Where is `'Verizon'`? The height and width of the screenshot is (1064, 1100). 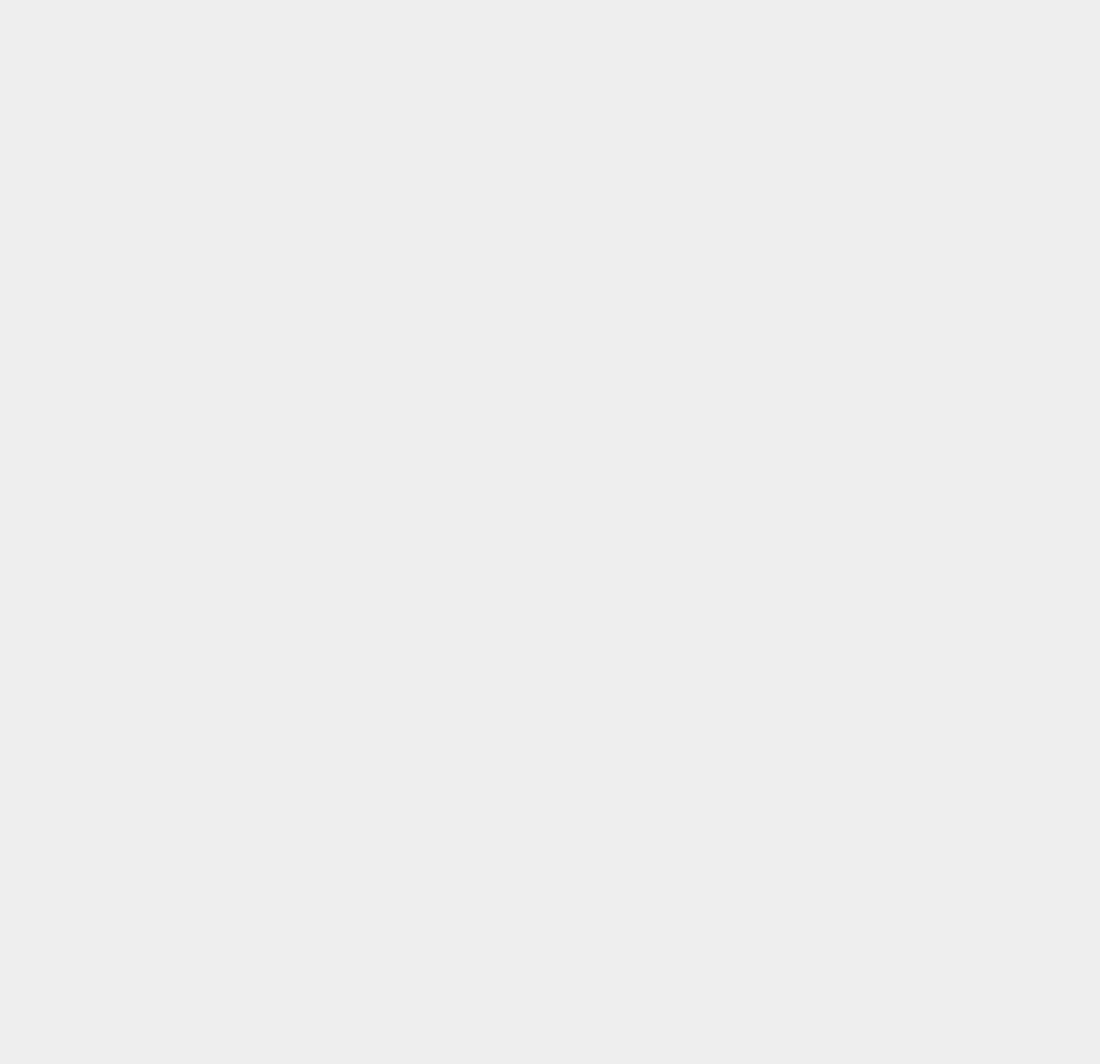
'Verizon' is located at coordinates (778, 674).